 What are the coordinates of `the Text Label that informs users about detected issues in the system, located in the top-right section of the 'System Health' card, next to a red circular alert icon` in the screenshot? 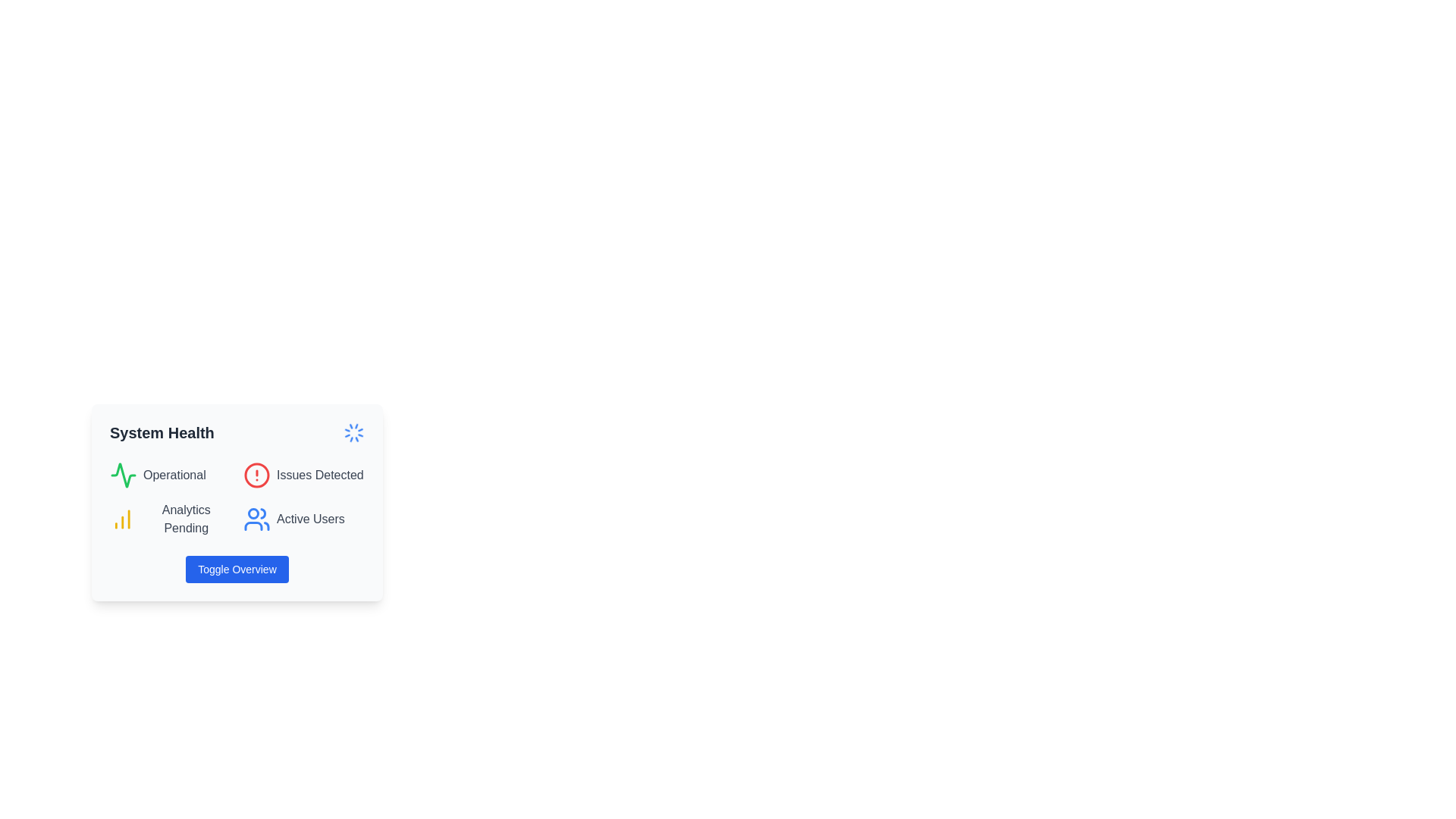 It's located at (319, 475).